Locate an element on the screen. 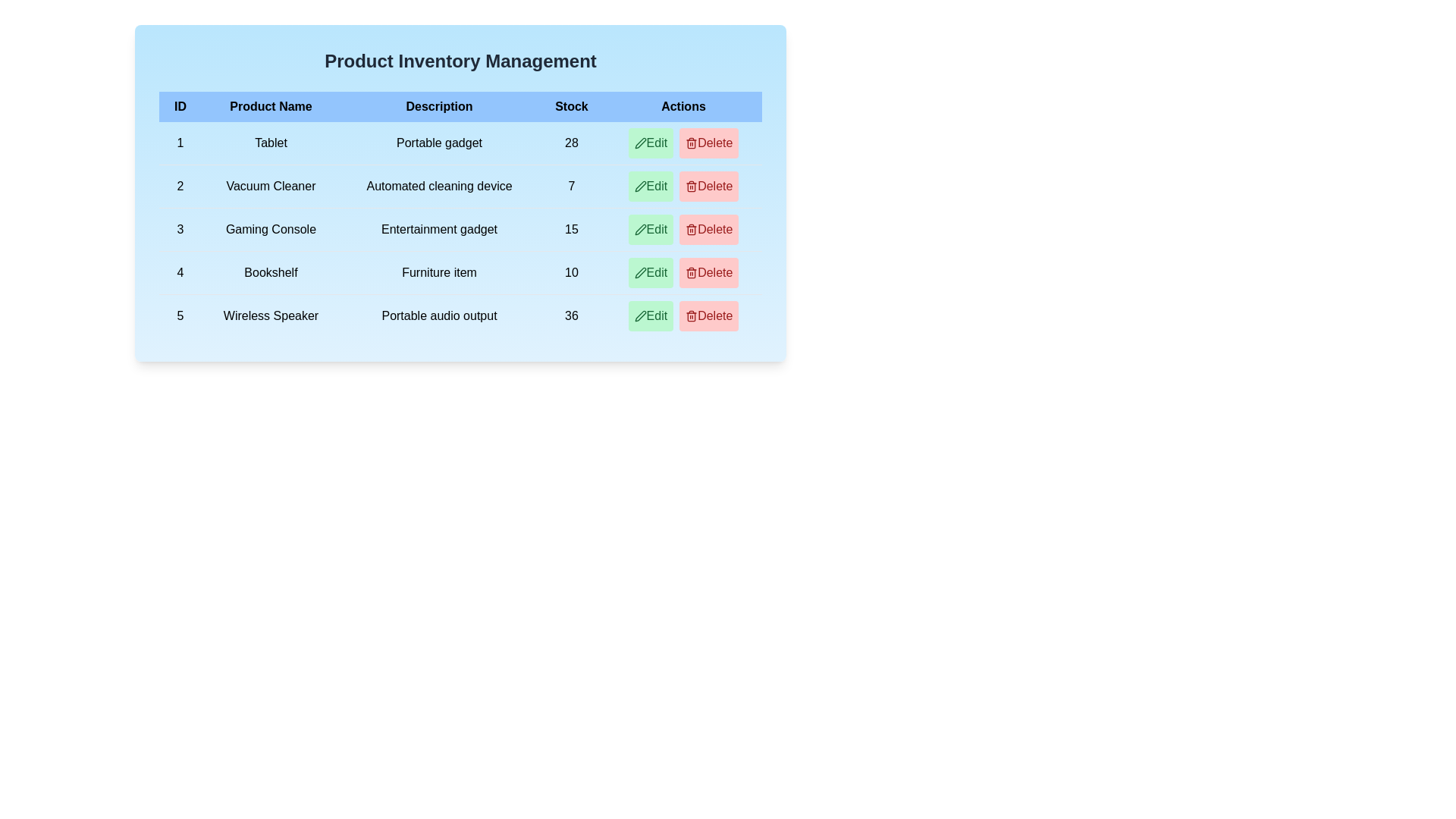 This screenshot has width=1456, height=819. the 'Delete' button with a red background and a trash can icon, located in the second row of the 'Actions' column, to observe hover effects is located at coordinates (708, 186).